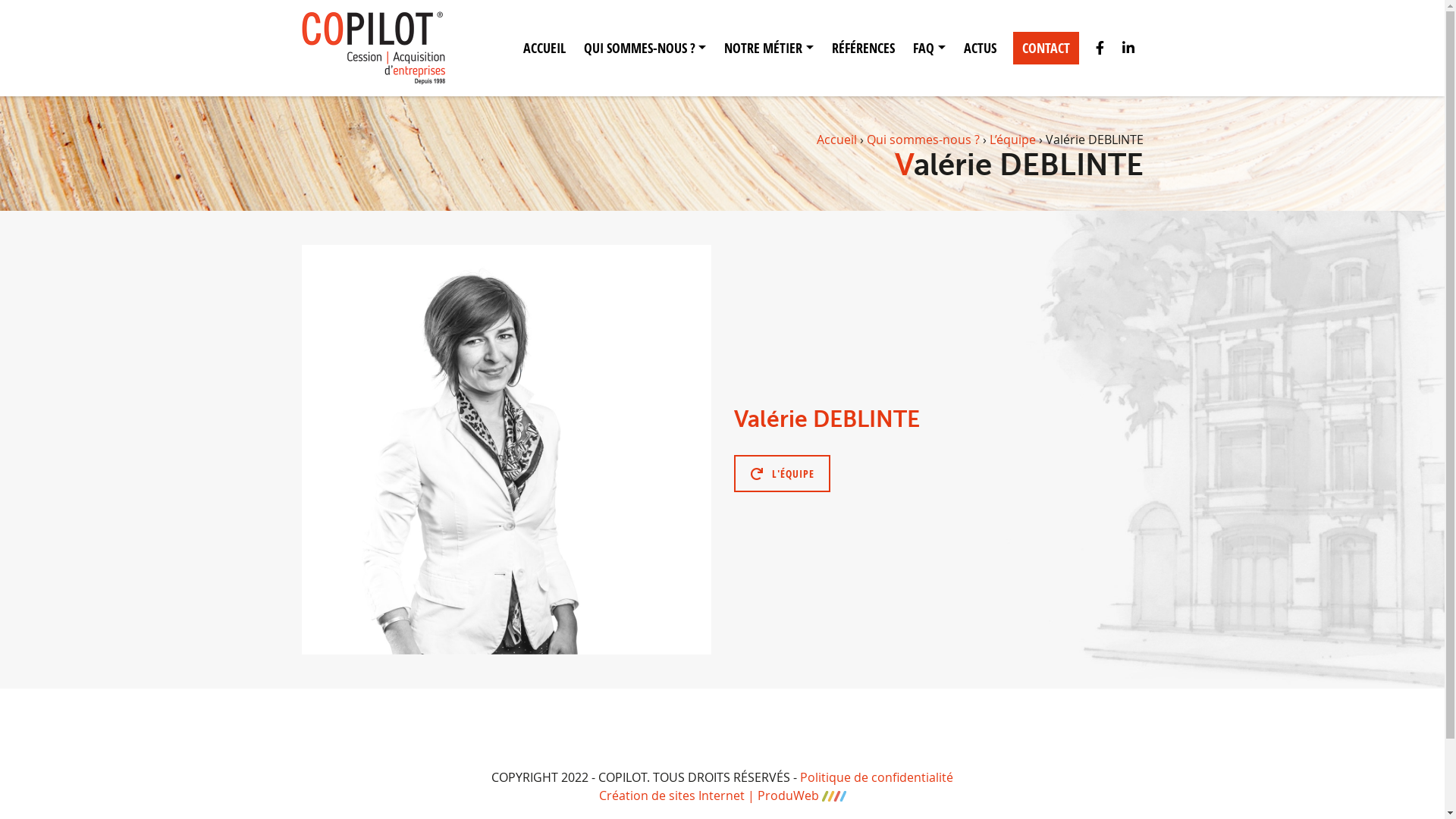  Describe the element at coordinates (645, 47) in the screenshot. I see `'QUI SOMMES-NOUS ?'` at that location.